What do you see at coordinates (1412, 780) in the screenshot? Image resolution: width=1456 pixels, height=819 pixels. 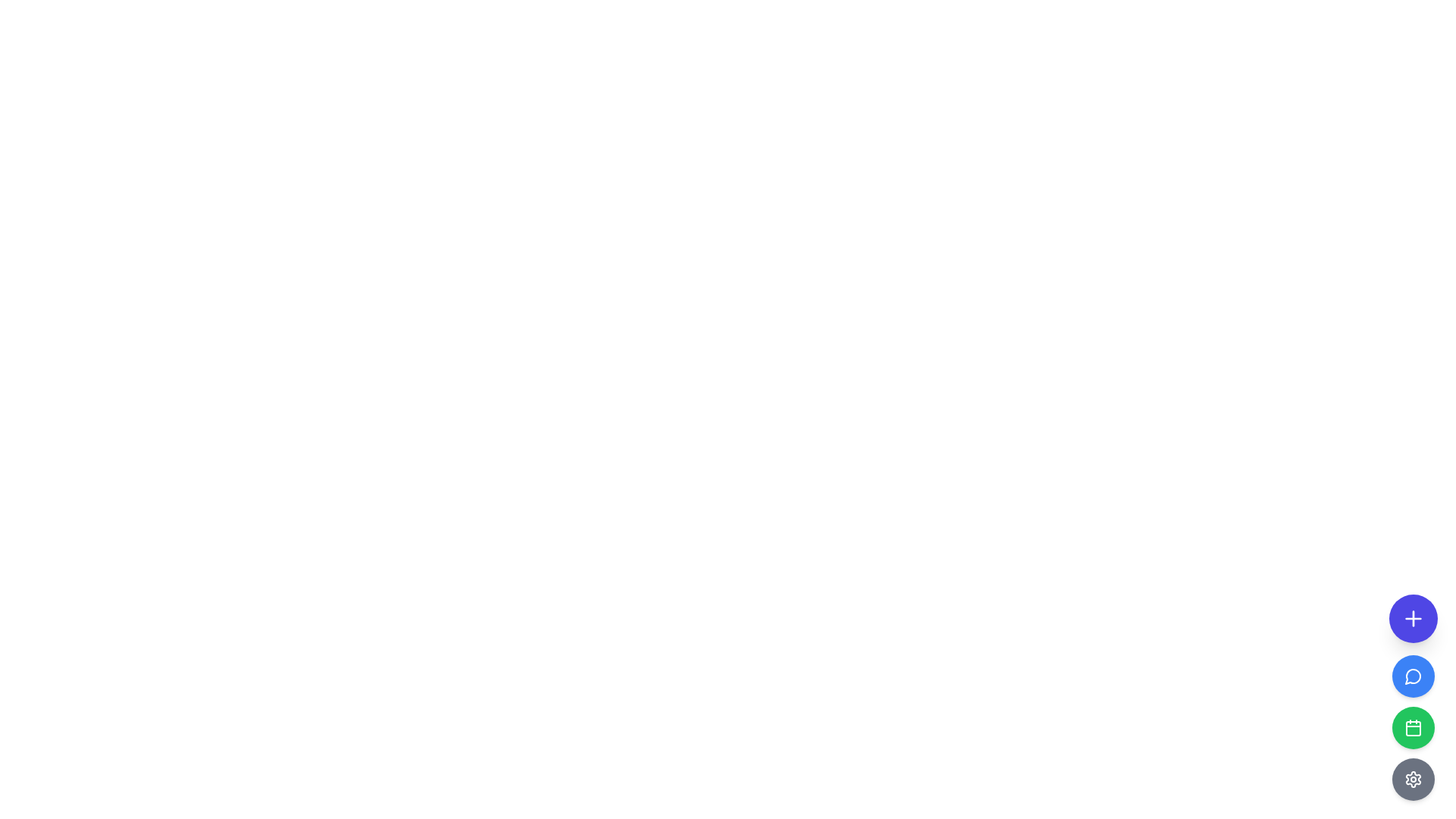 I see `the circular gray button with a gear icon, which is the fourth button in a vertical stack of similar buttons` at bounding box center [1412, 780].